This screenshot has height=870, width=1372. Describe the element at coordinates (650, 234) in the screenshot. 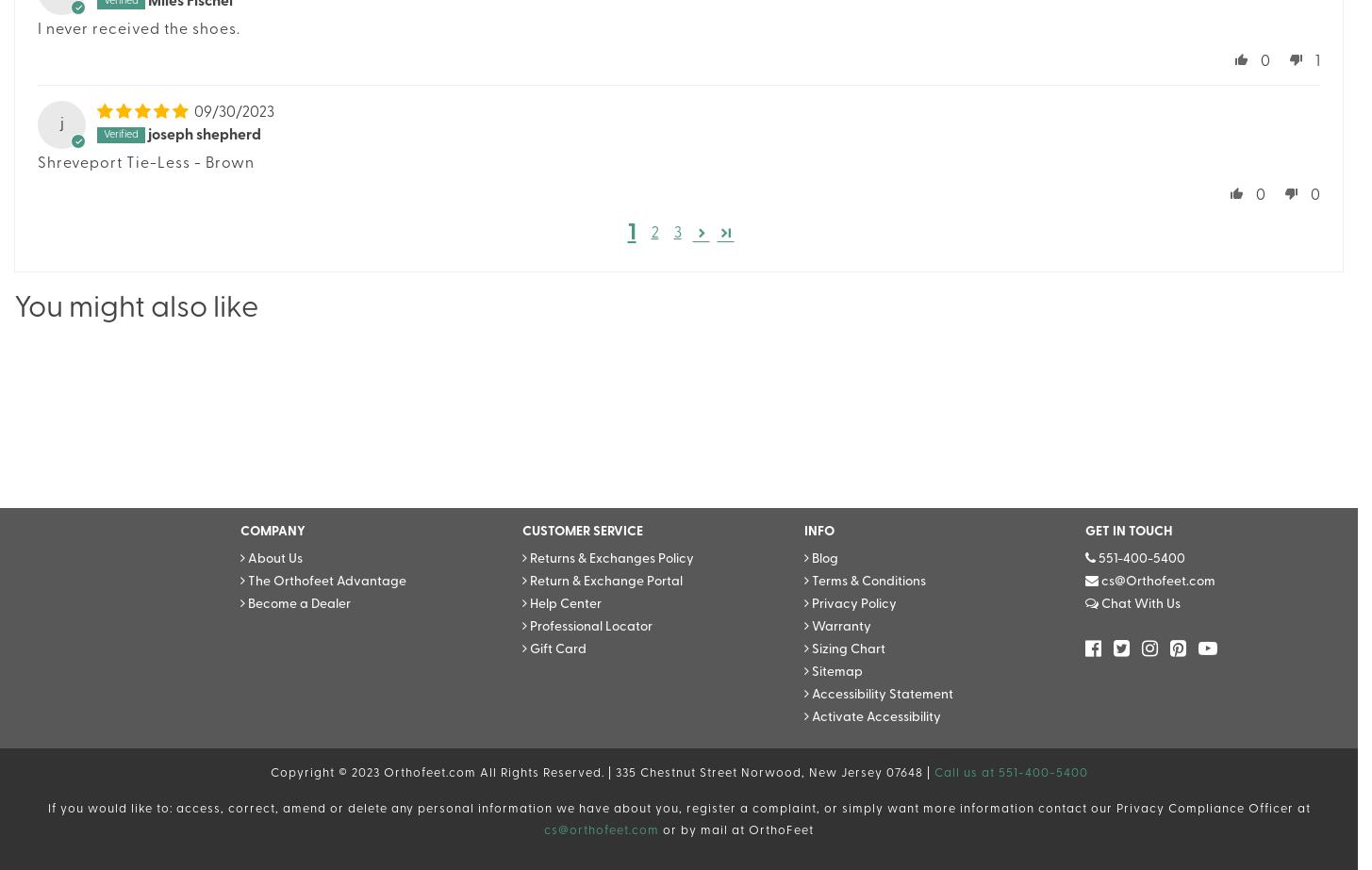

I see `'2'` at that location.